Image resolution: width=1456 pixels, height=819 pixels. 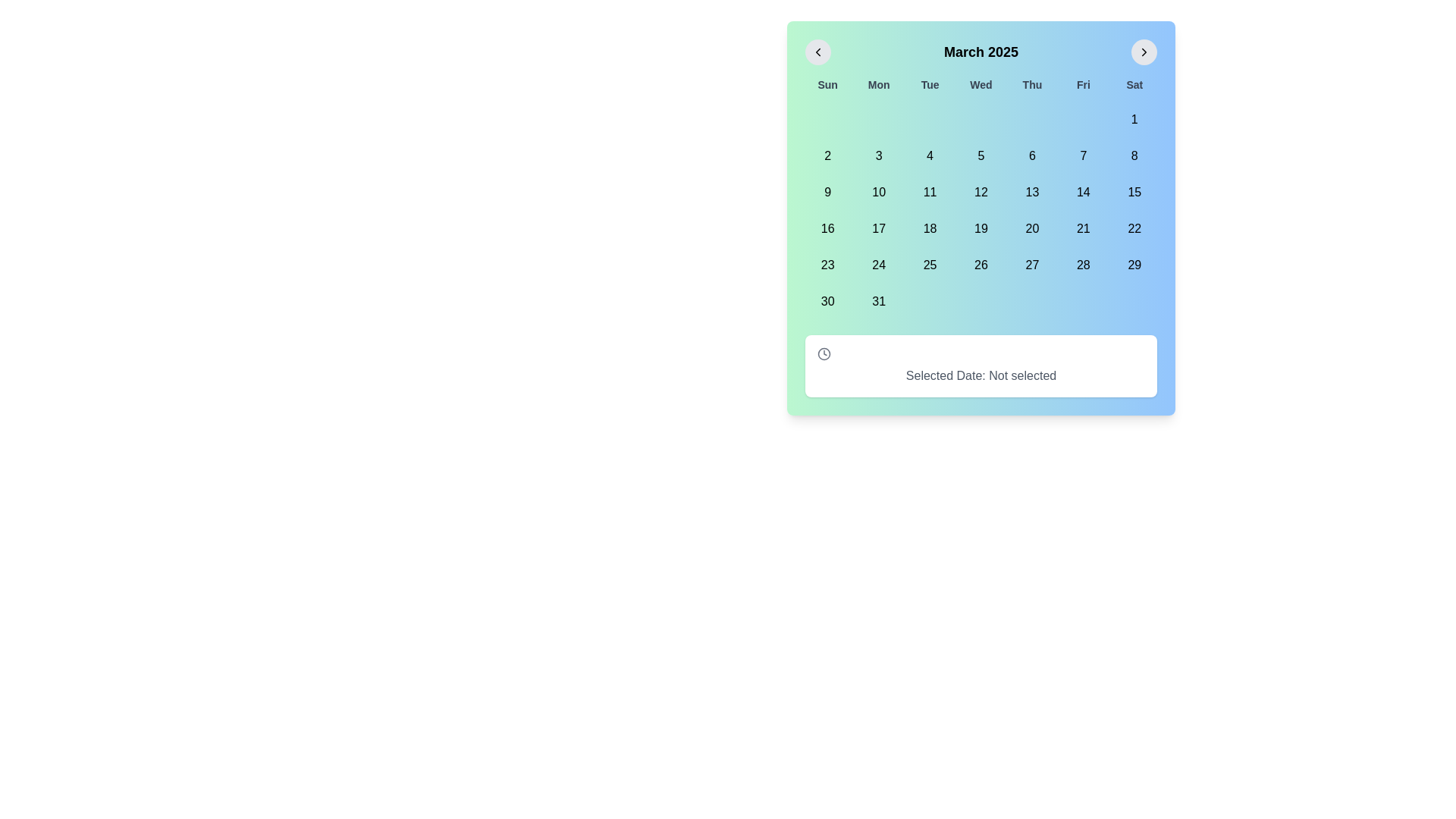 I want to click on the rightward-facing chevron icon button located at the top-right corner of the calendar interface to observe the background change, so click(x=1144, y=52).